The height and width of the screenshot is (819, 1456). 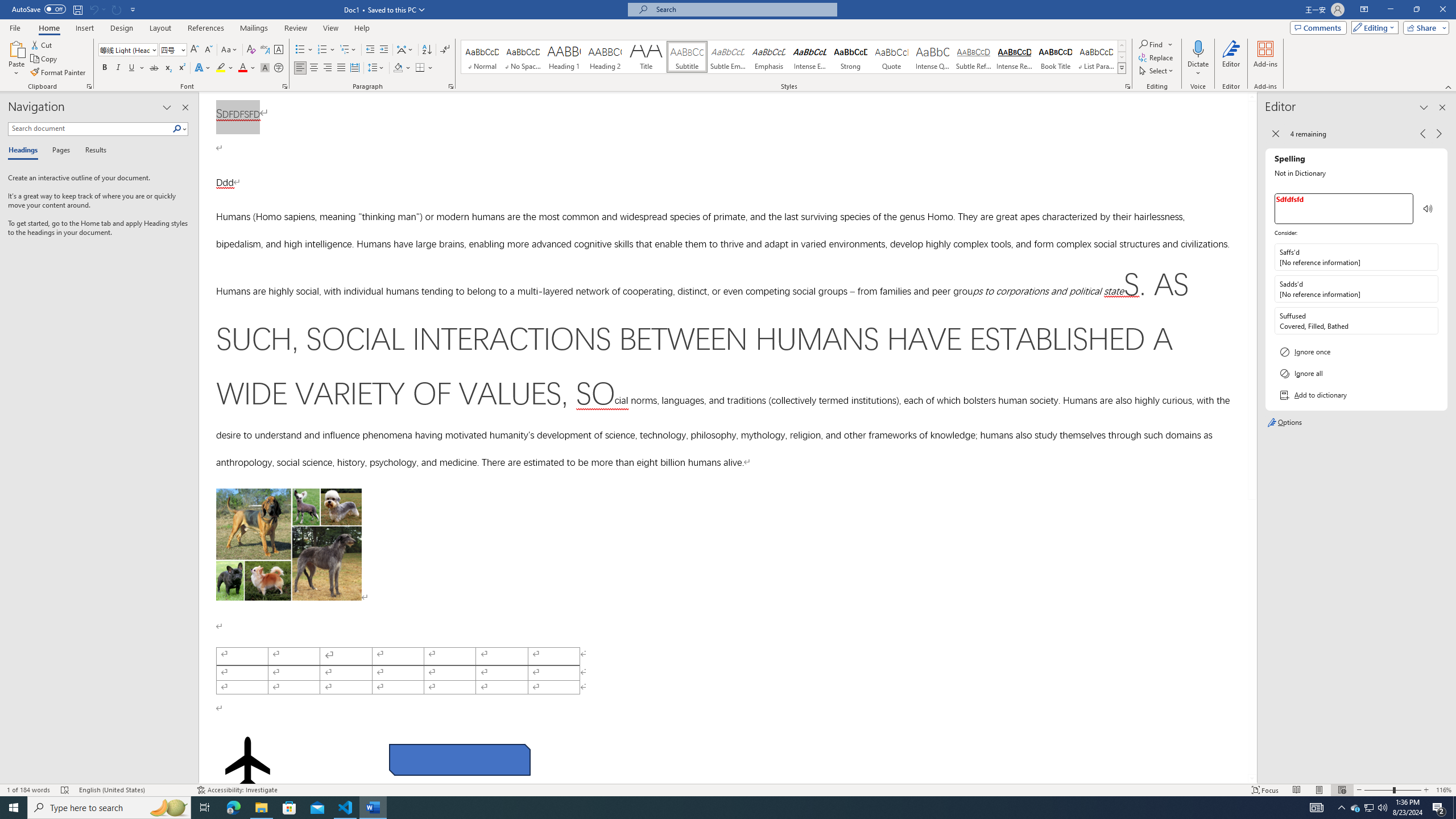 I want to click on 'AutoSave', so click(x=39, y=9).